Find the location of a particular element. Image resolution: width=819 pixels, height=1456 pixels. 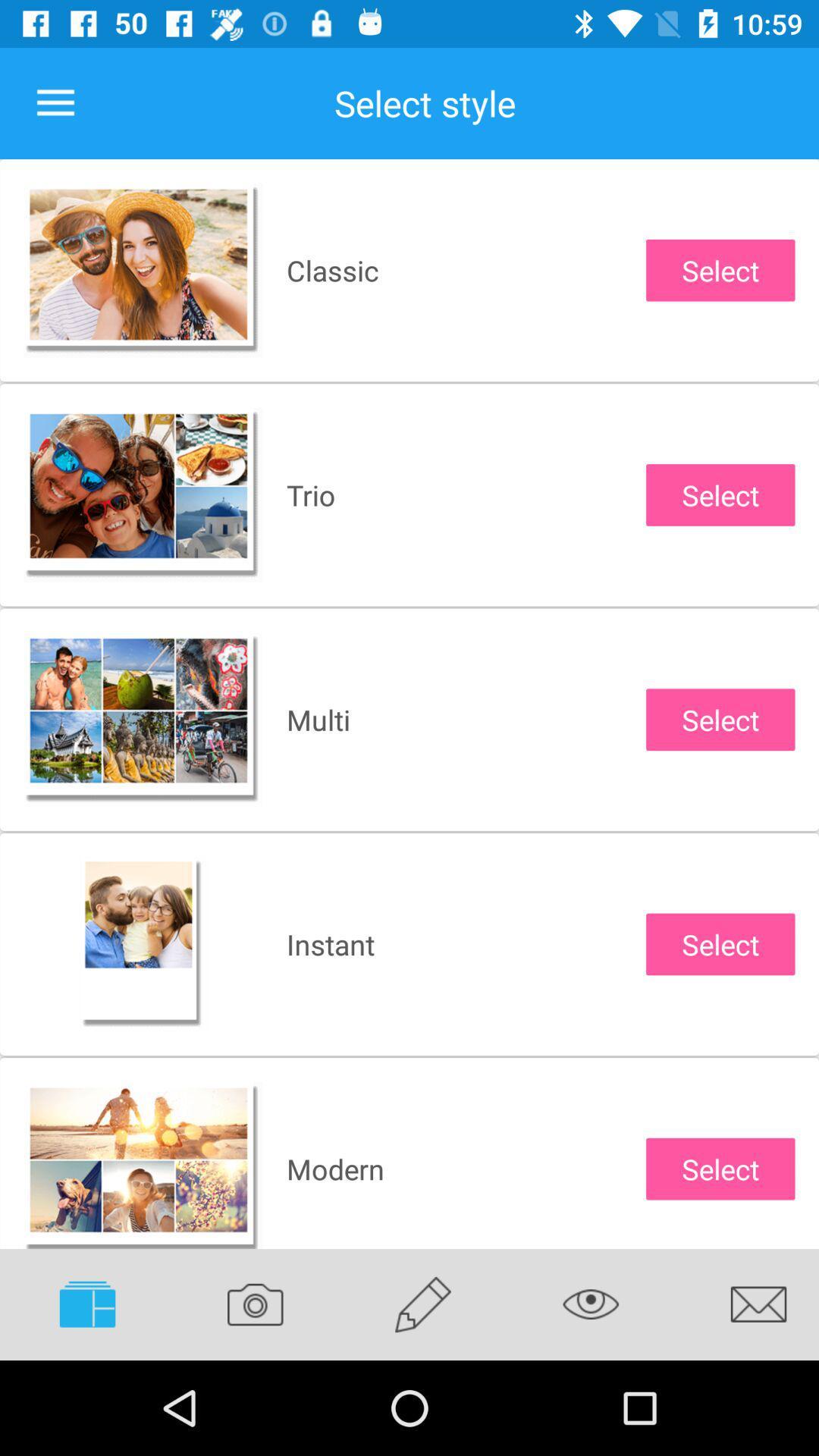

the icon next to select style is located at coordinates (55, 102).